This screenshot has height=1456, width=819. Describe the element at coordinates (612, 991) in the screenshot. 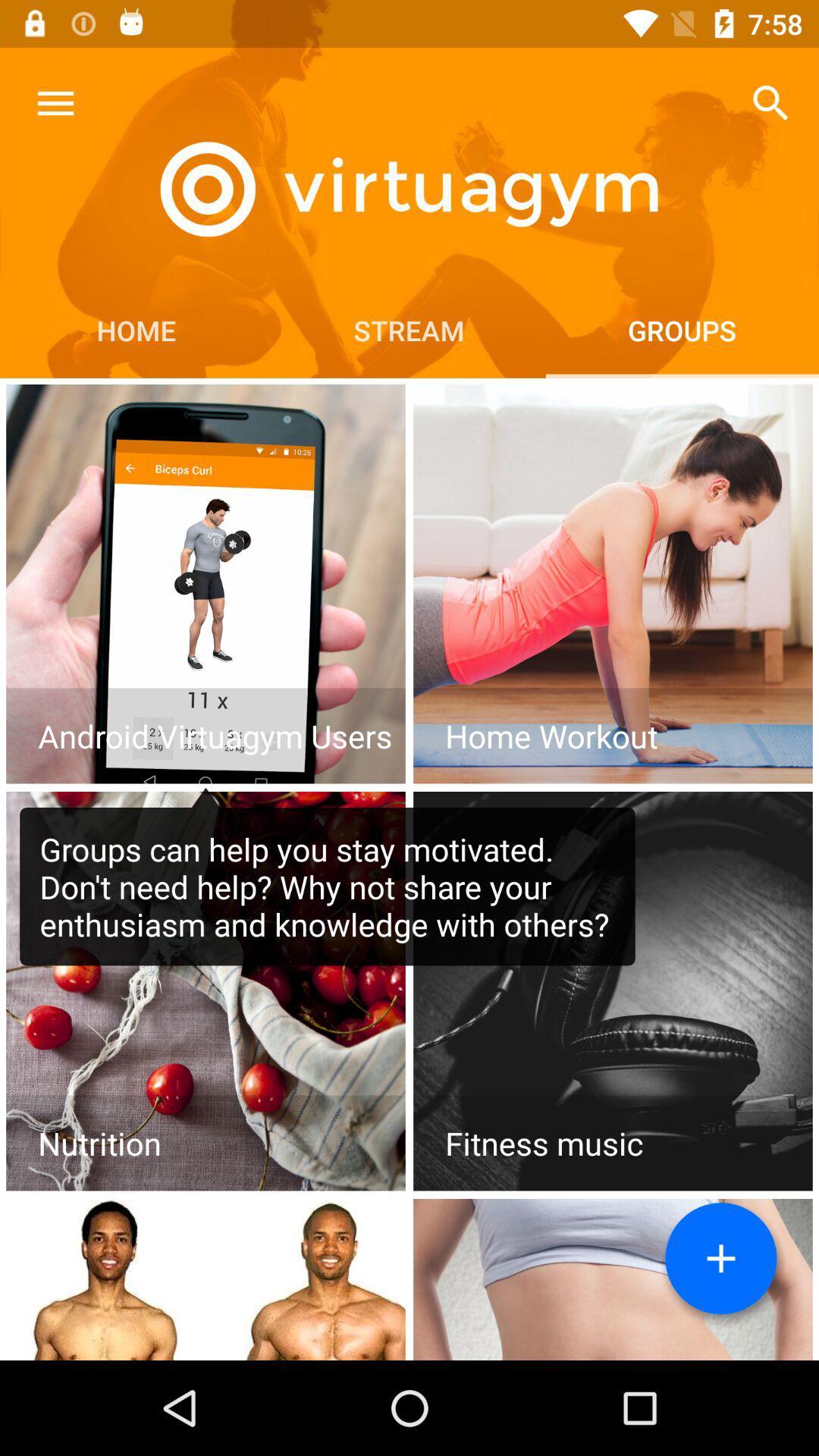

I see `fitness music` at that location.